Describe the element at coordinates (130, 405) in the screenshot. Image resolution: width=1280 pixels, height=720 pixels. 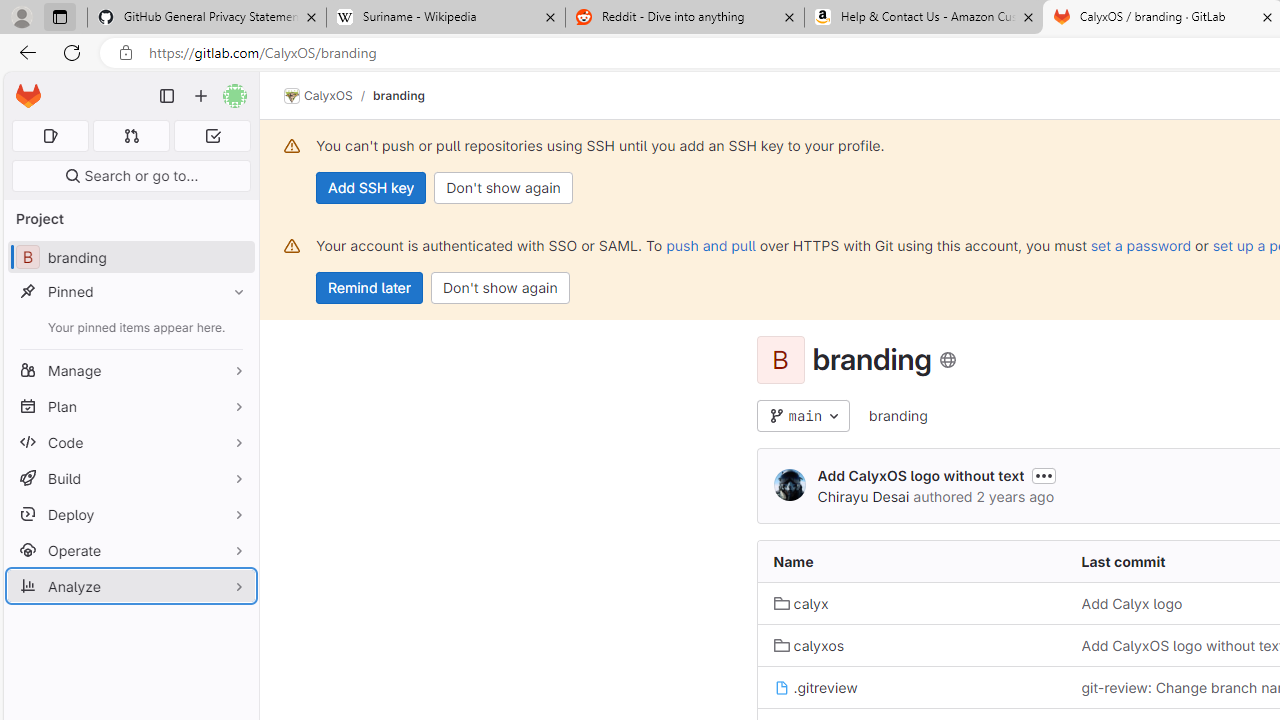
I see `'Plan'` at that location.